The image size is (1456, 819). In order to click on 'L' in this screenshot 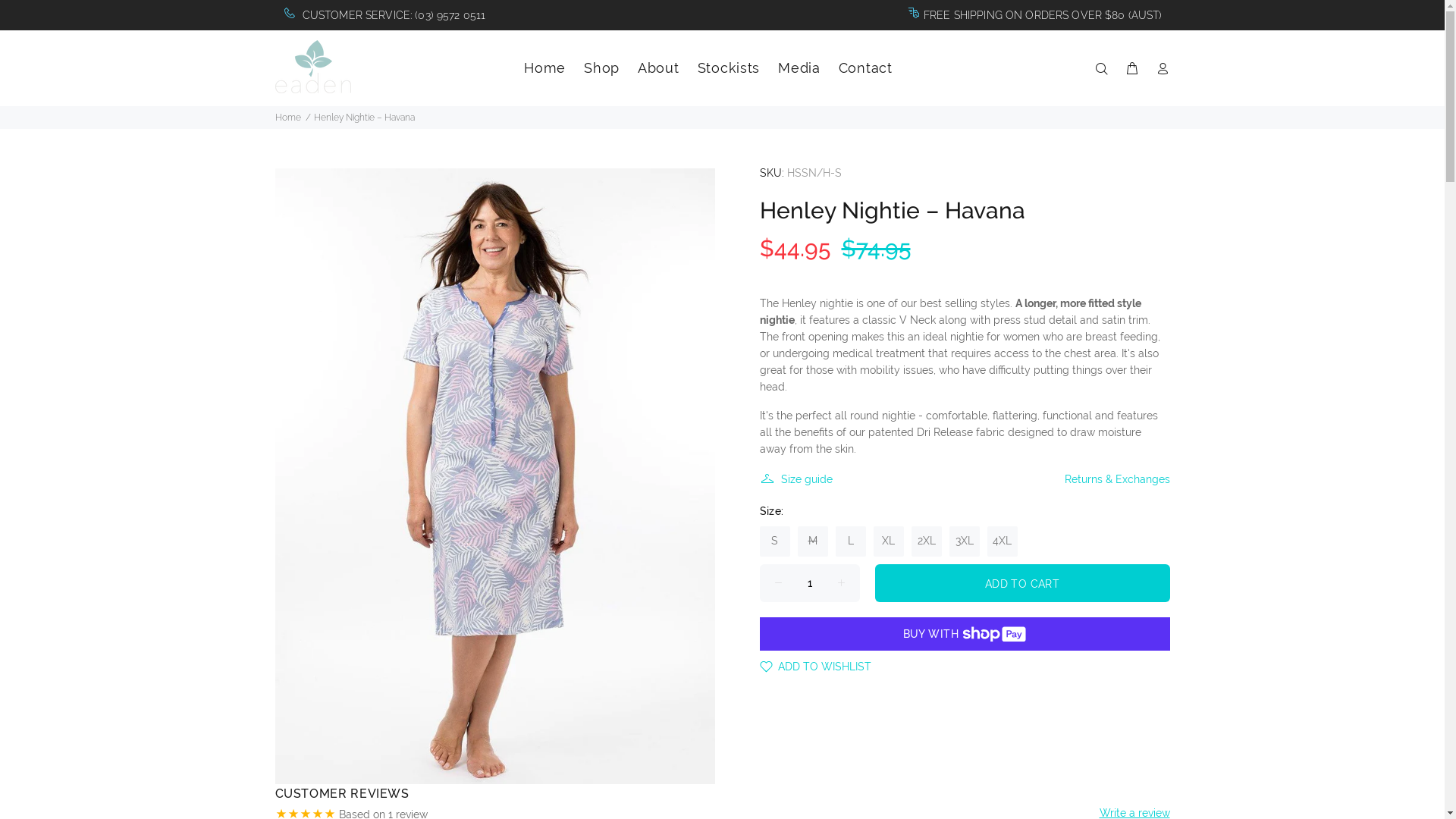, I will do `click(835, 540)`.